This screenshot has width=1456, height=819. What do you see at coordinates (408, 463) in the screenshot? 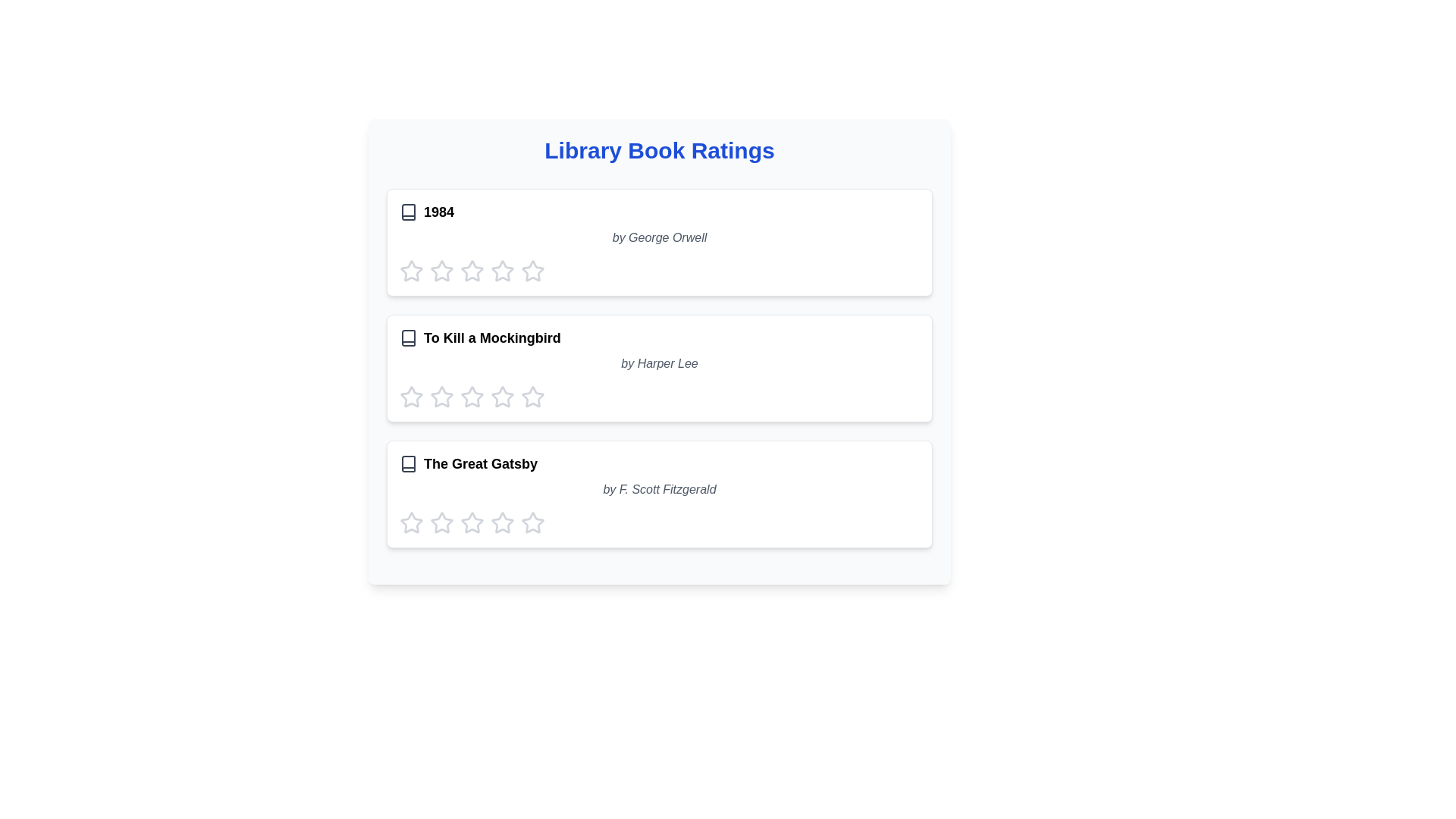
I see `the book icon representing 'The Great Gatsby' located in the third card of the 'Library Book Ratings' section` at bounding box center [408, 463].